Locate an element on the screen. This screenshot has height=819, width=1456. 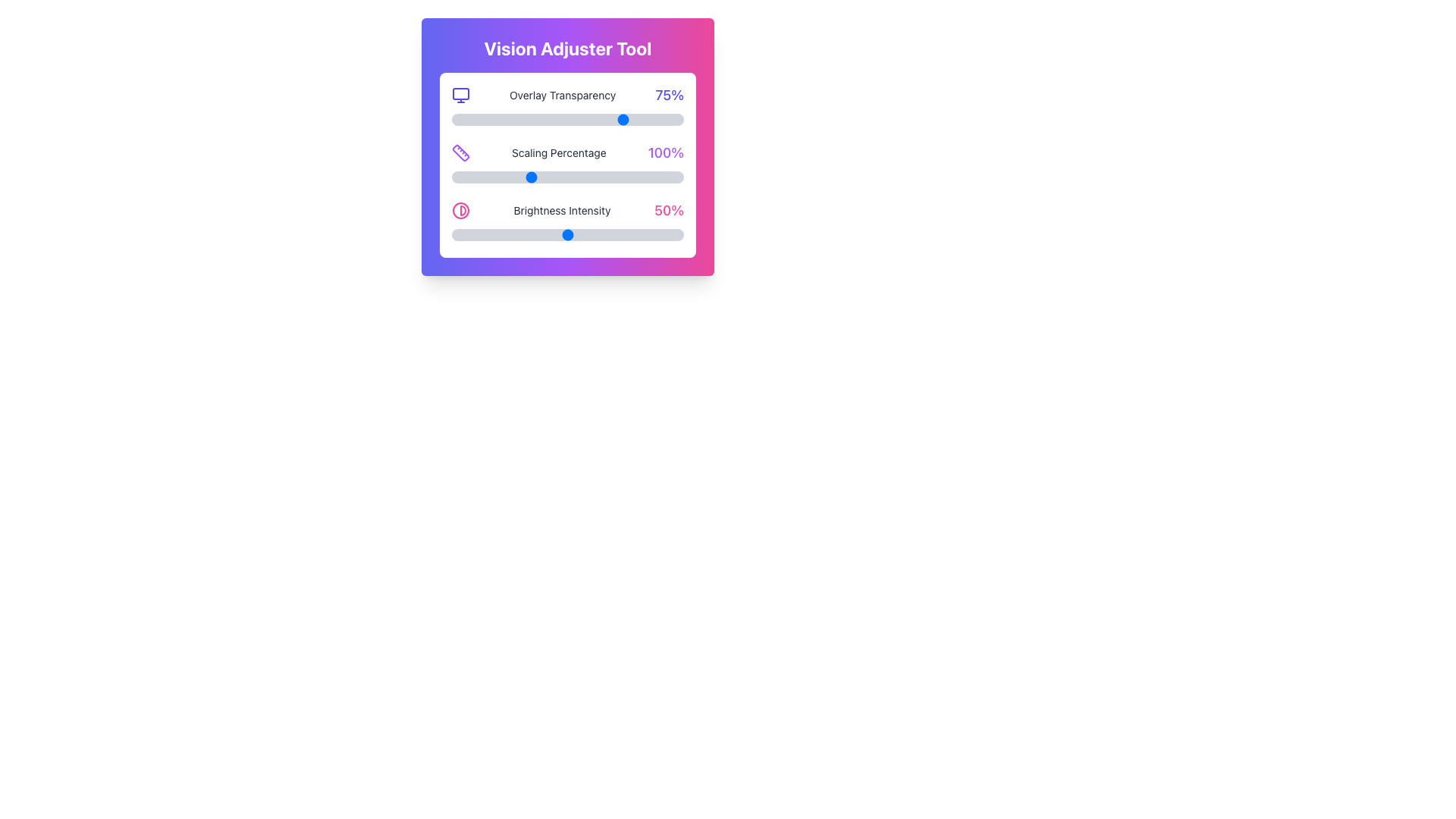
the scaling percentage is located at coordinates (676, 177).